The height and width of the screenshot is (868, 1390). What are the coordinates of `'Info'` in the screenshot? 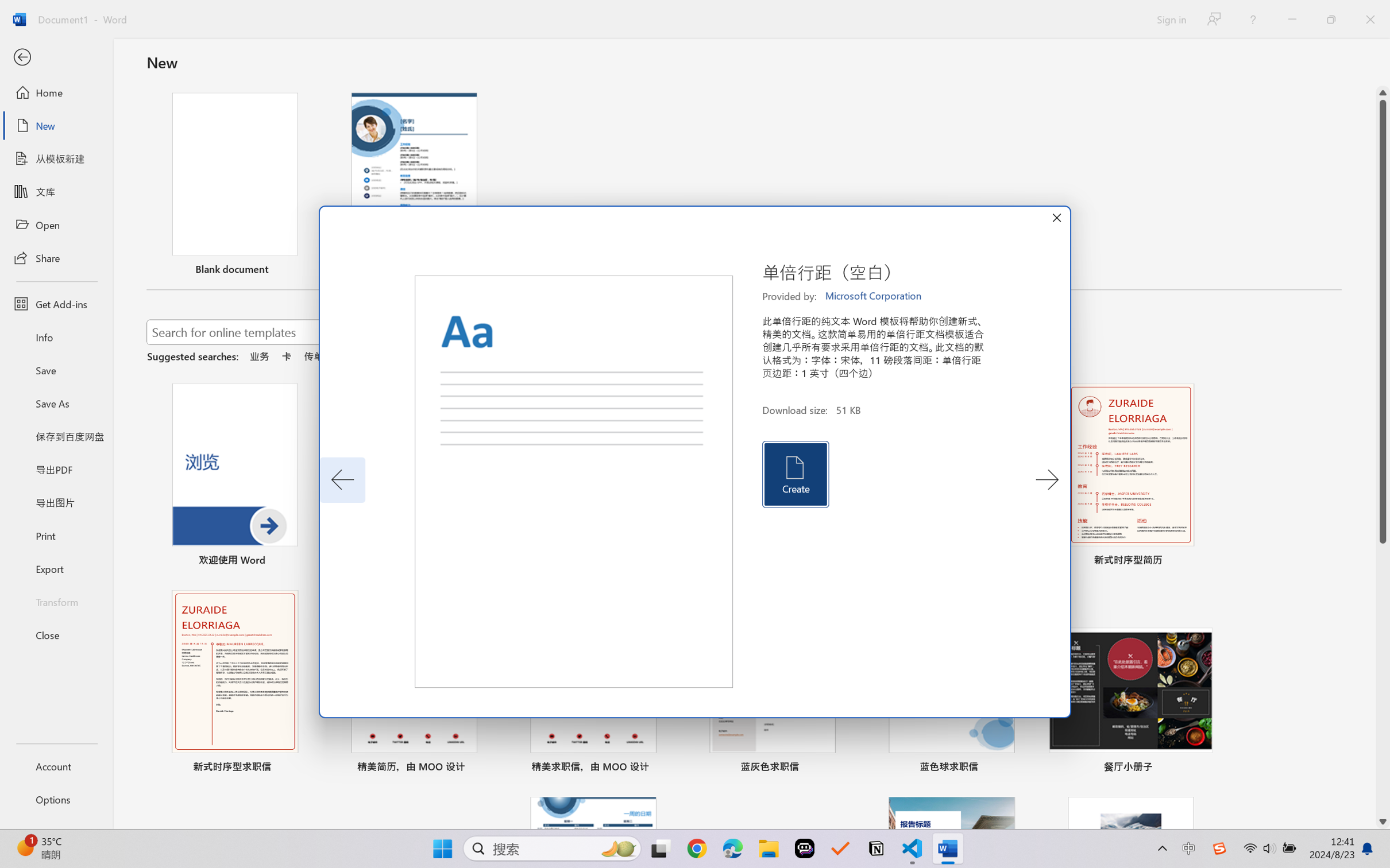 It's located at (56, 336).